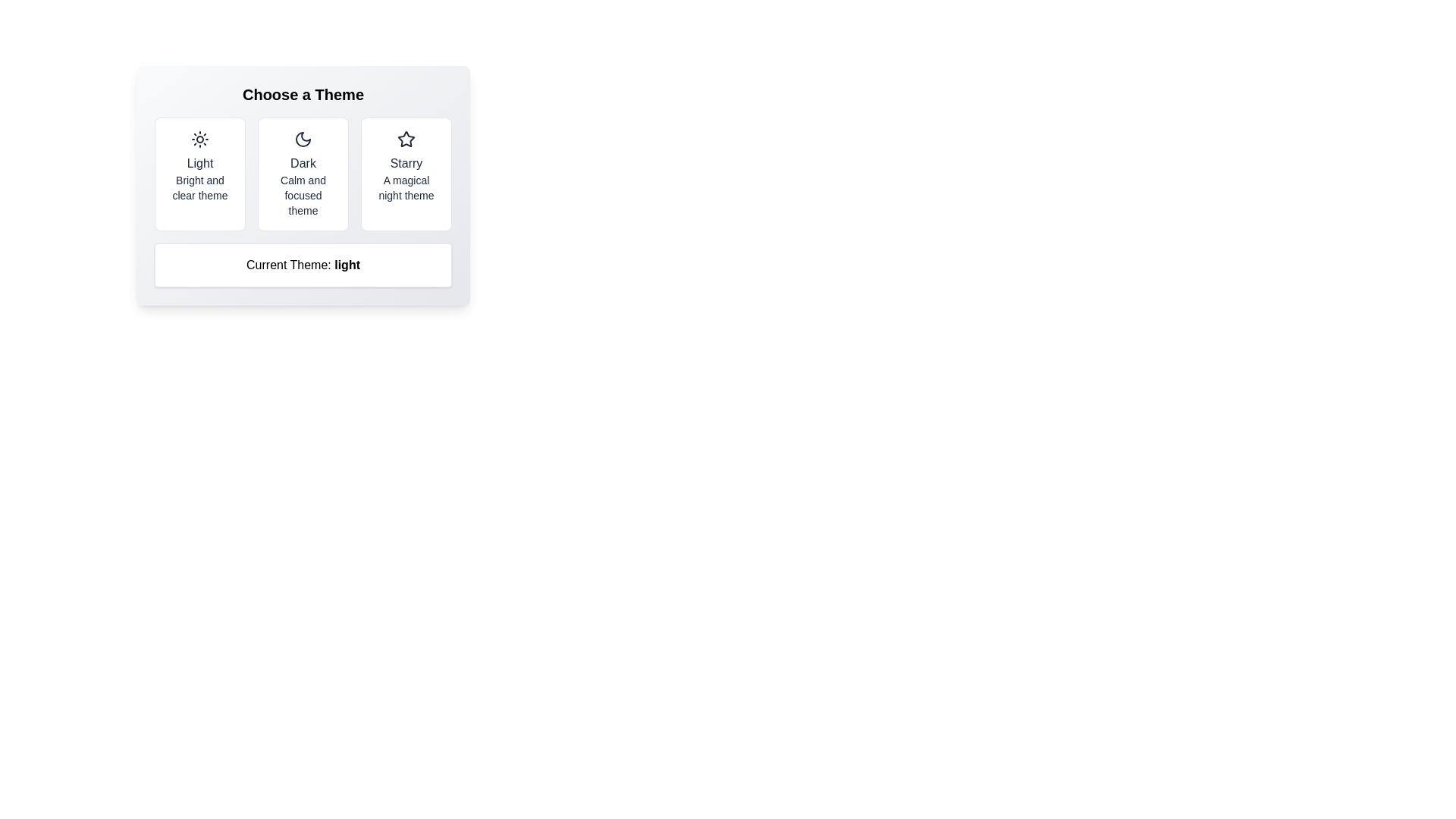 This screenshot has height=819, width=1456. I want to click on the theme button corresponding to Light, so click(199, 174).